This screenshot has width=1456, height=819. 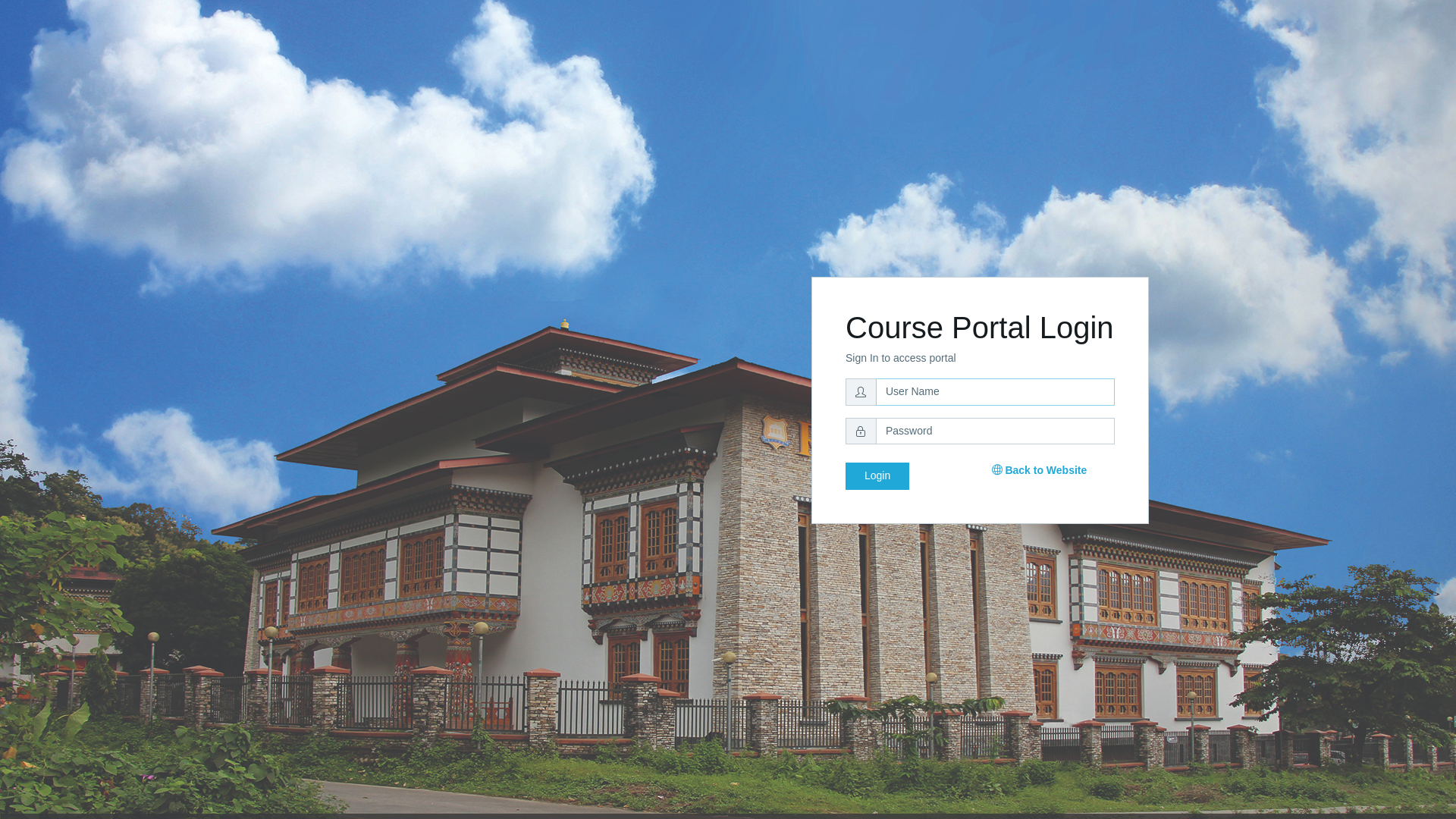 What do you see at coordinates (877, 475) in the screenshot?
I see `'Login'` at bounding box center [877, 475].